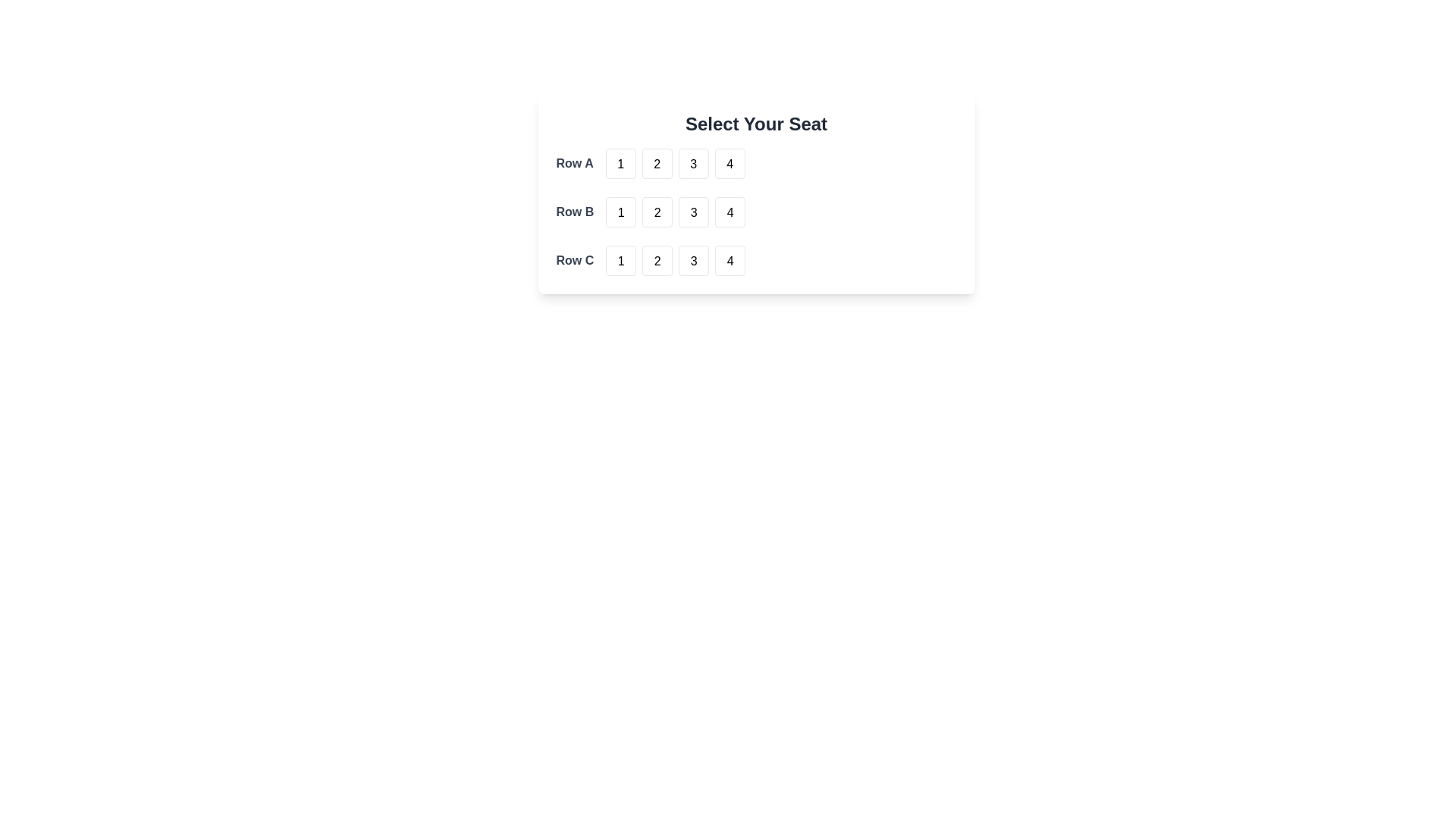  What do you see at coordinates (657, 164) in the screenshot?
I see `the rounded rectangular button labeled '2', which has a white background and a black digit '2' centered within it` at bounding box center [657, 164].